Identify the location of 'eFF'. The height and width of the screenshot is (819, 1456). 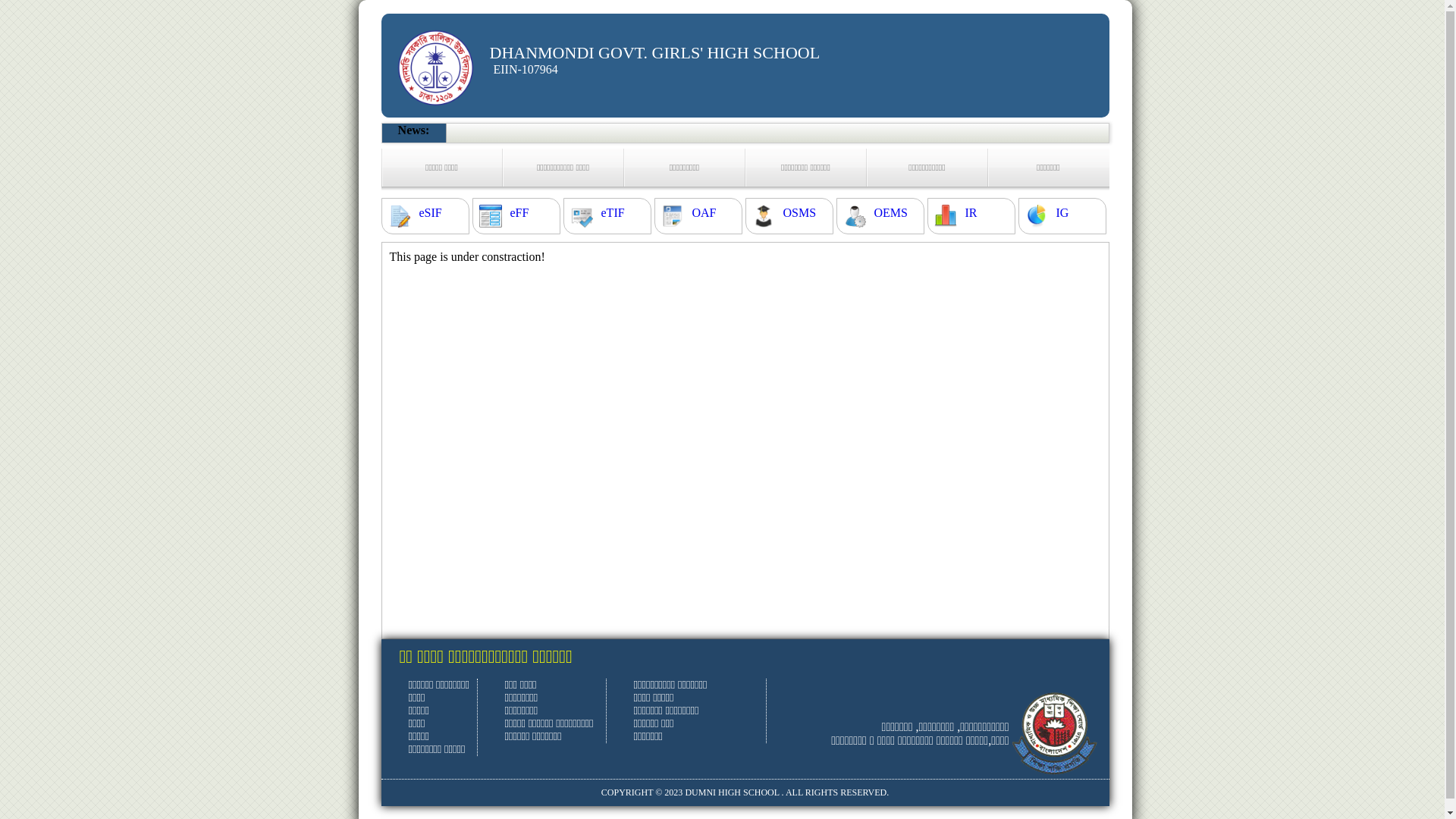
(519, 213).